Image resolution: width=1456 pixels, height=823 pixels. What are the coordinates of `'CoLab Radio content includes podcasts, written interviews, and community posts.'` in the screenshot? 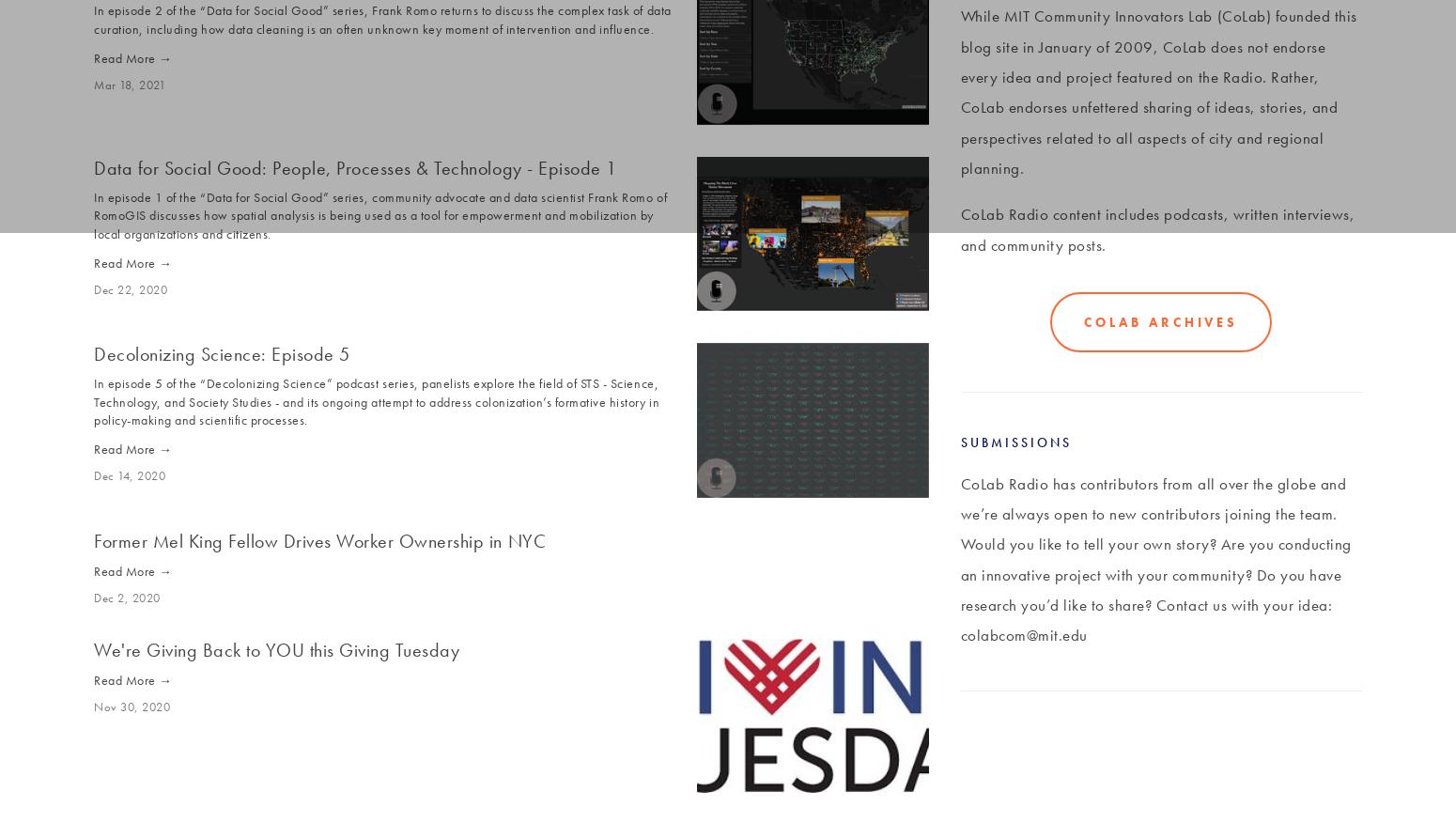 It's located at (1158, 227).